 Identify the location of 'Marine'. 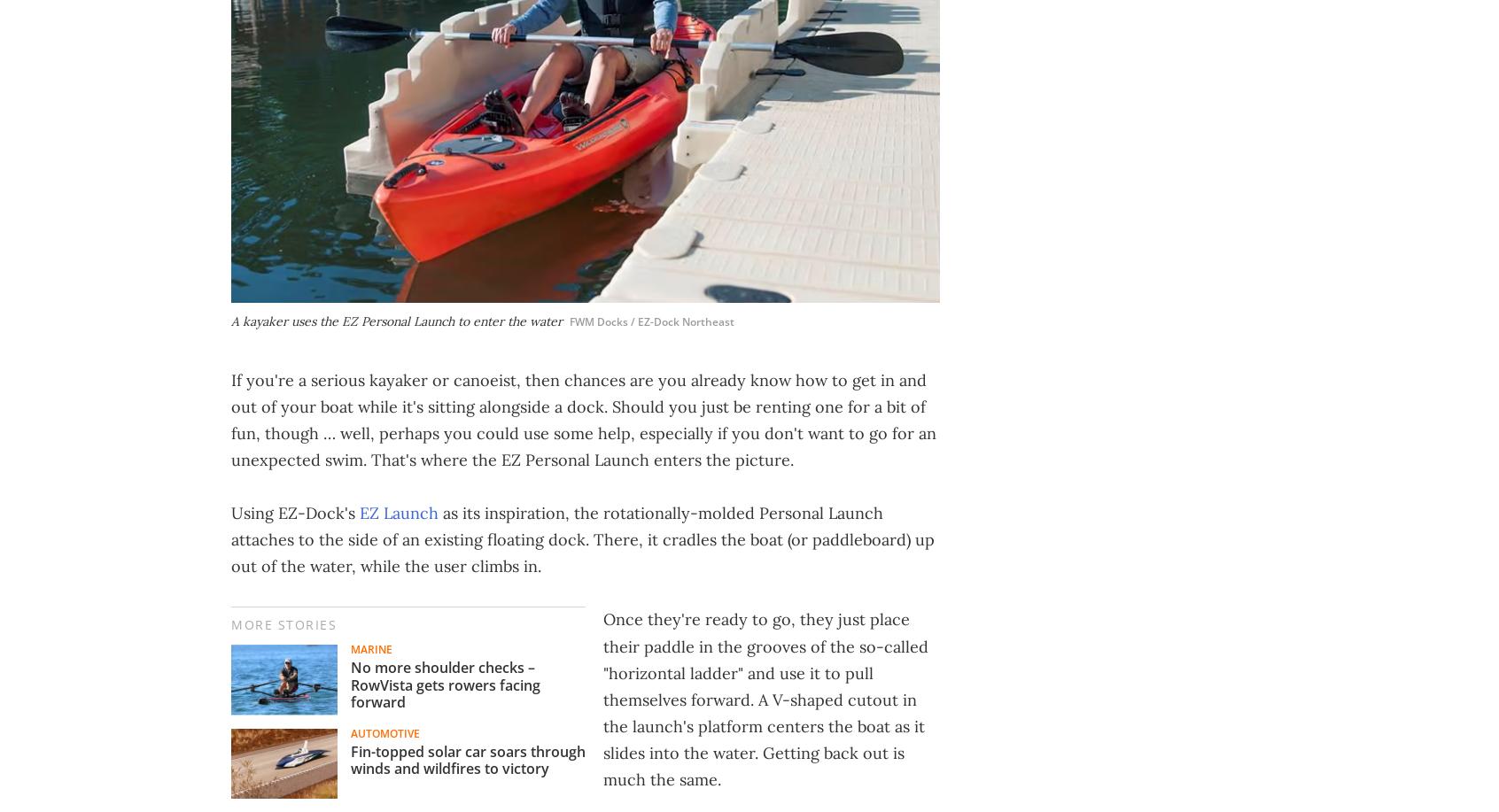
(371, 648).